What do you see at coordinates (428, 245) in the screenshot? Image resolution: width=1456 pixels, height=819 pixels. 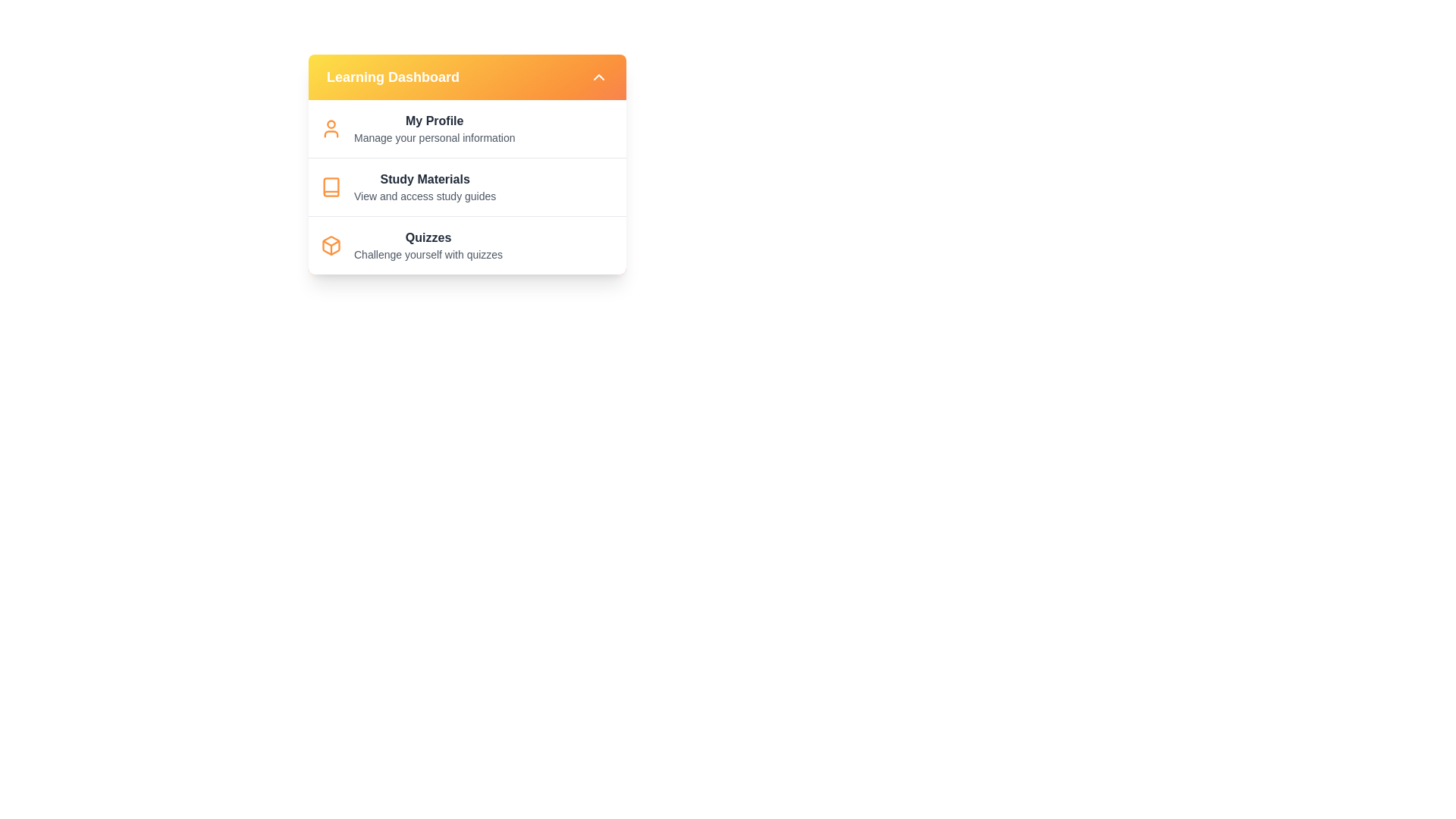 I see `the menu item Quizzes from the LearningMenu` at bounding box center [428, 245].